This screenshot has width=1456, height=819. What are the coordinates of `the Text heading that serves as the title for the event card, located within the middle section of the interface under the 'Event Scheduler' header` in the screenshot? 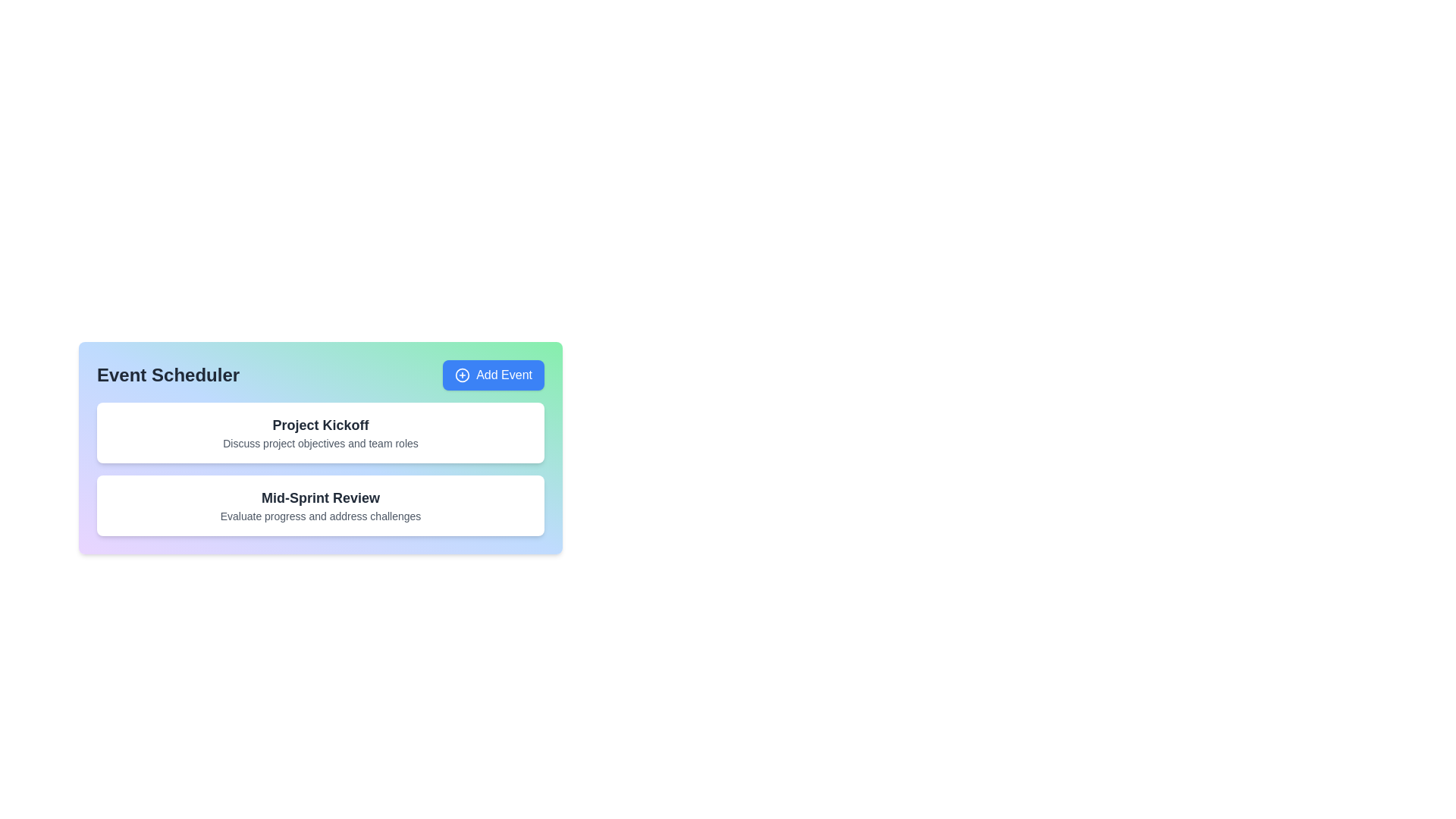 It's located at (319, 425).